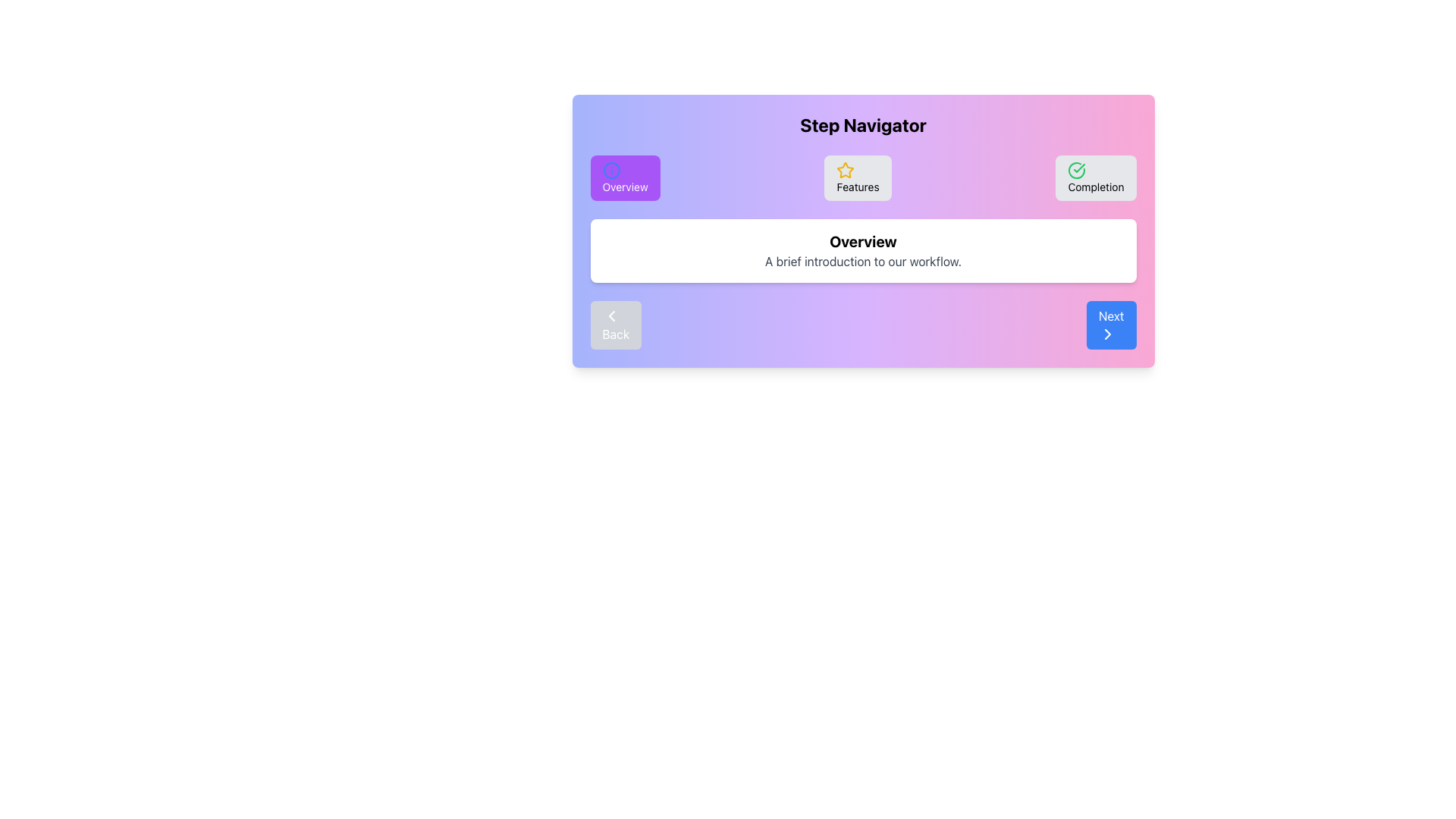  Describe the element at coordinates (858, 177) in the screenshot. I see `the 'Features' button, which is a rounded rectangular button with a light gray background, black text, and a yellow outlined star icon above the text` at that location.